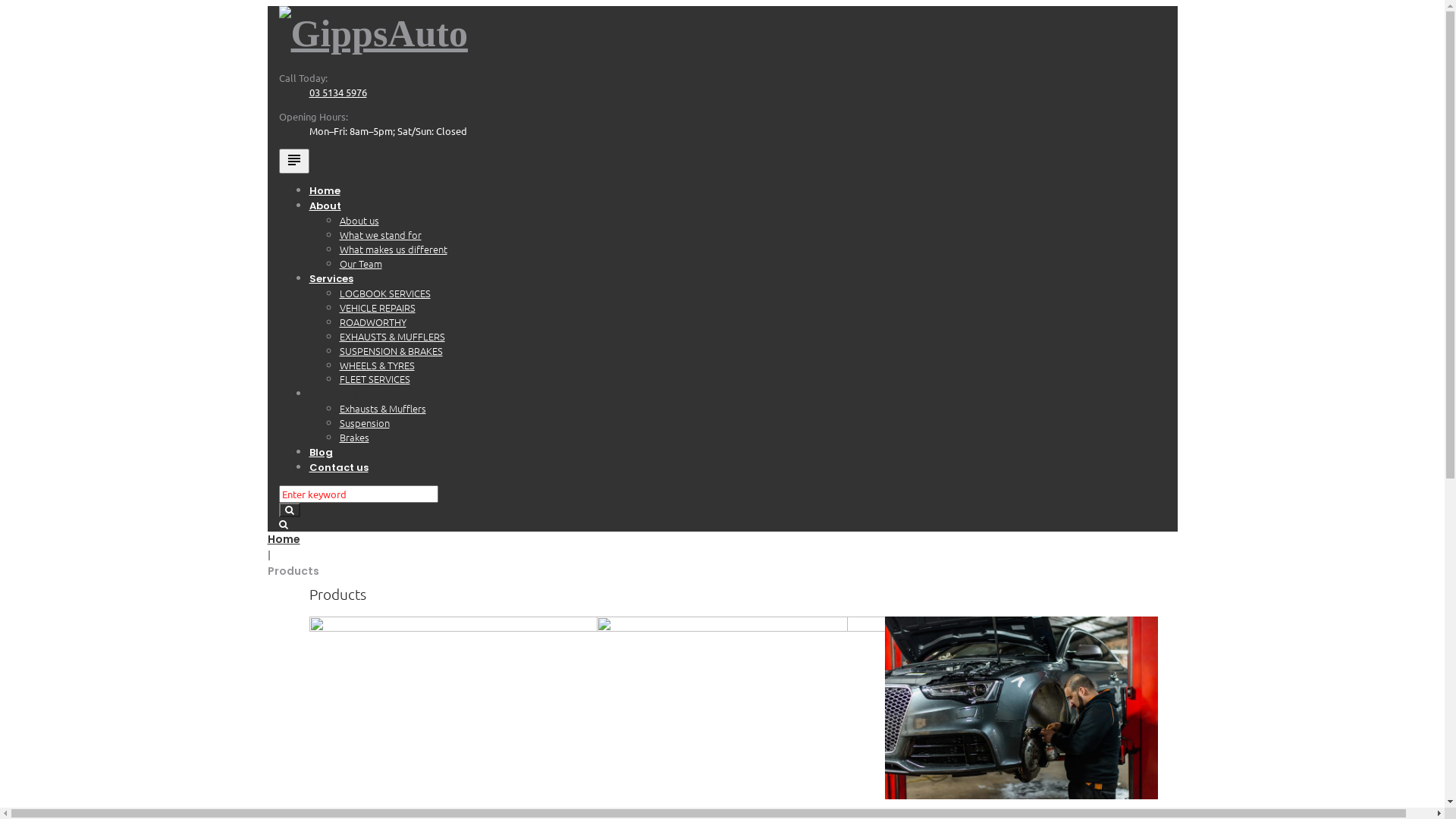 The height and width of the screenshot is (819, 1456). What do you see at coordinates (338, 220) in the screenshot?
I see `'About us'` at bounding box center [338, 220].